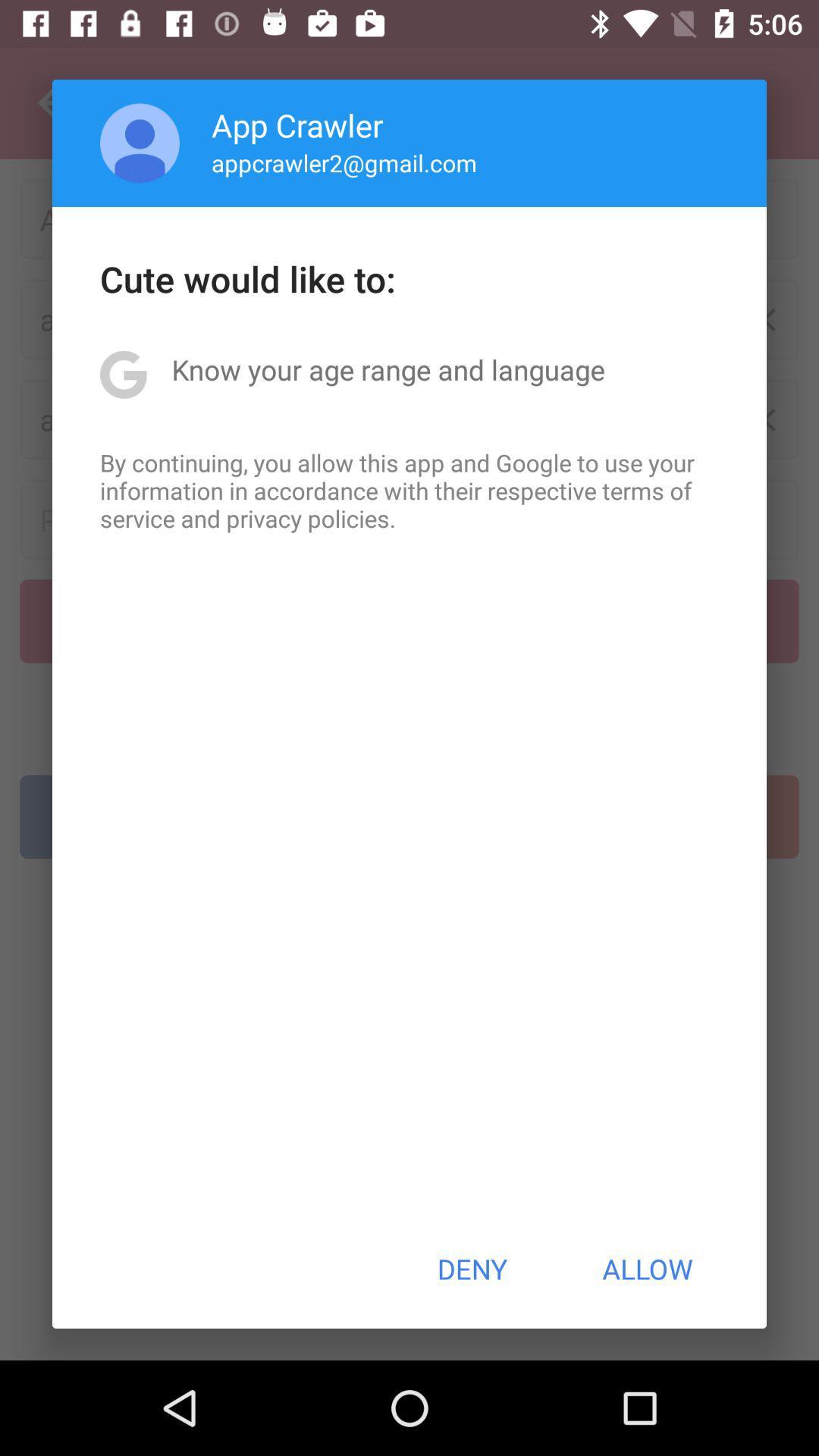  What do you see at coordinates (471, 1269) in the screenshot?
I see `the item next to allow` at bounding box center [471, 1269].